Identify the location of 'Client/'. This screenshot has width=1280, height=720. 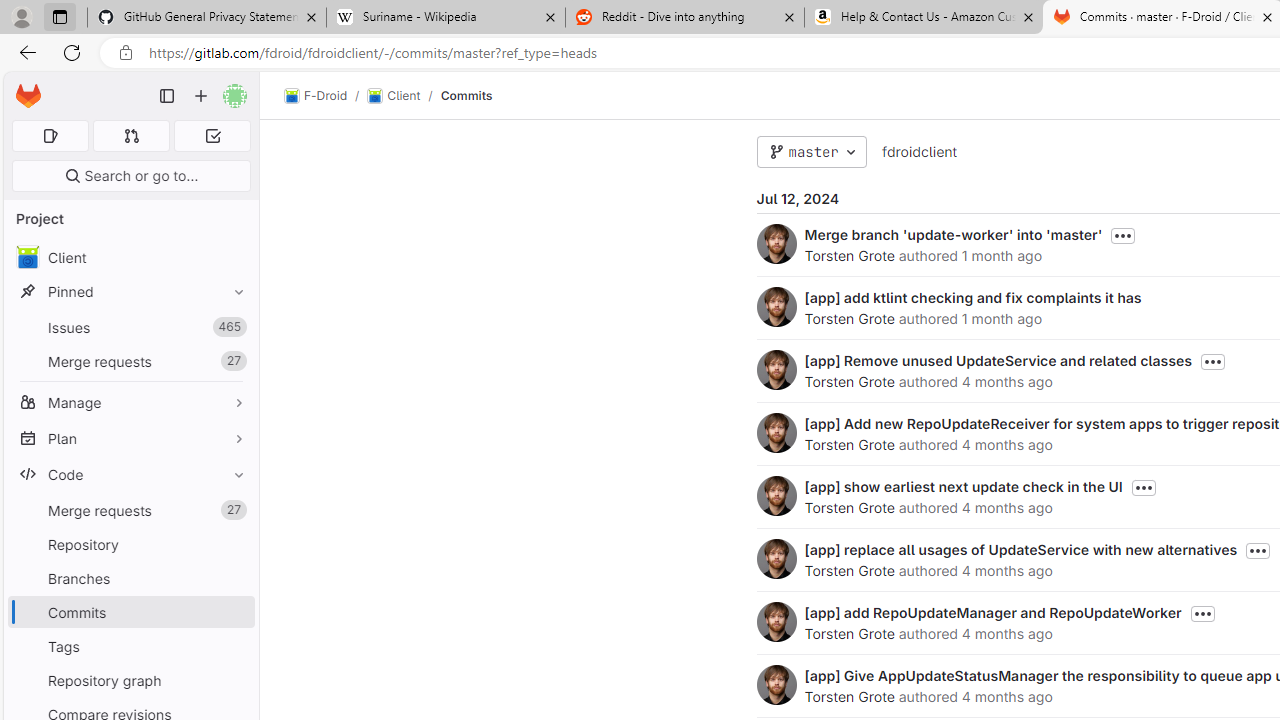
(403, 96).